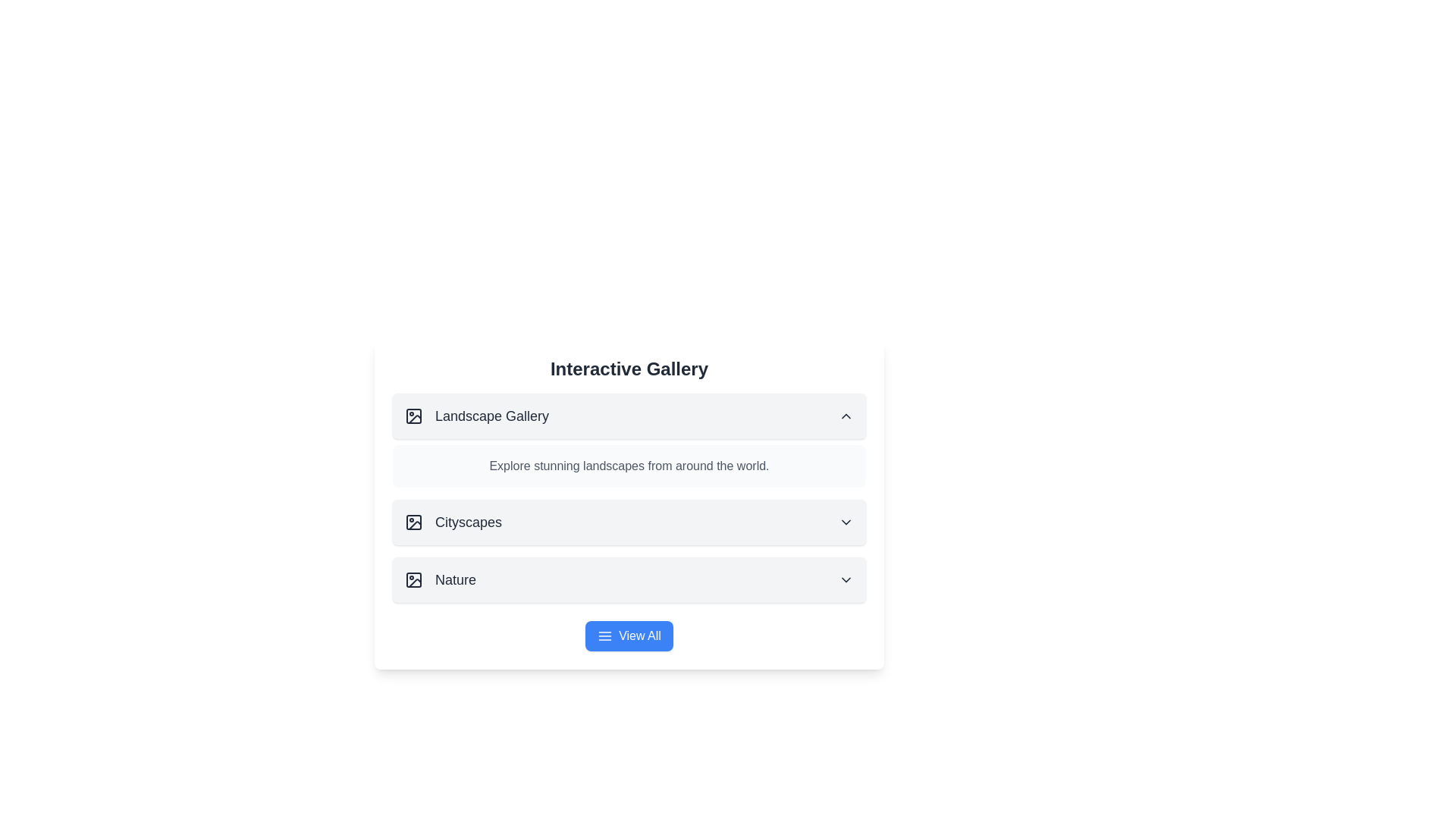  I want to click on text content of the label displaying 'Cityscapes', which is styled in a large bold gray font and positioned to the left of an image icon, so click(468, 522).